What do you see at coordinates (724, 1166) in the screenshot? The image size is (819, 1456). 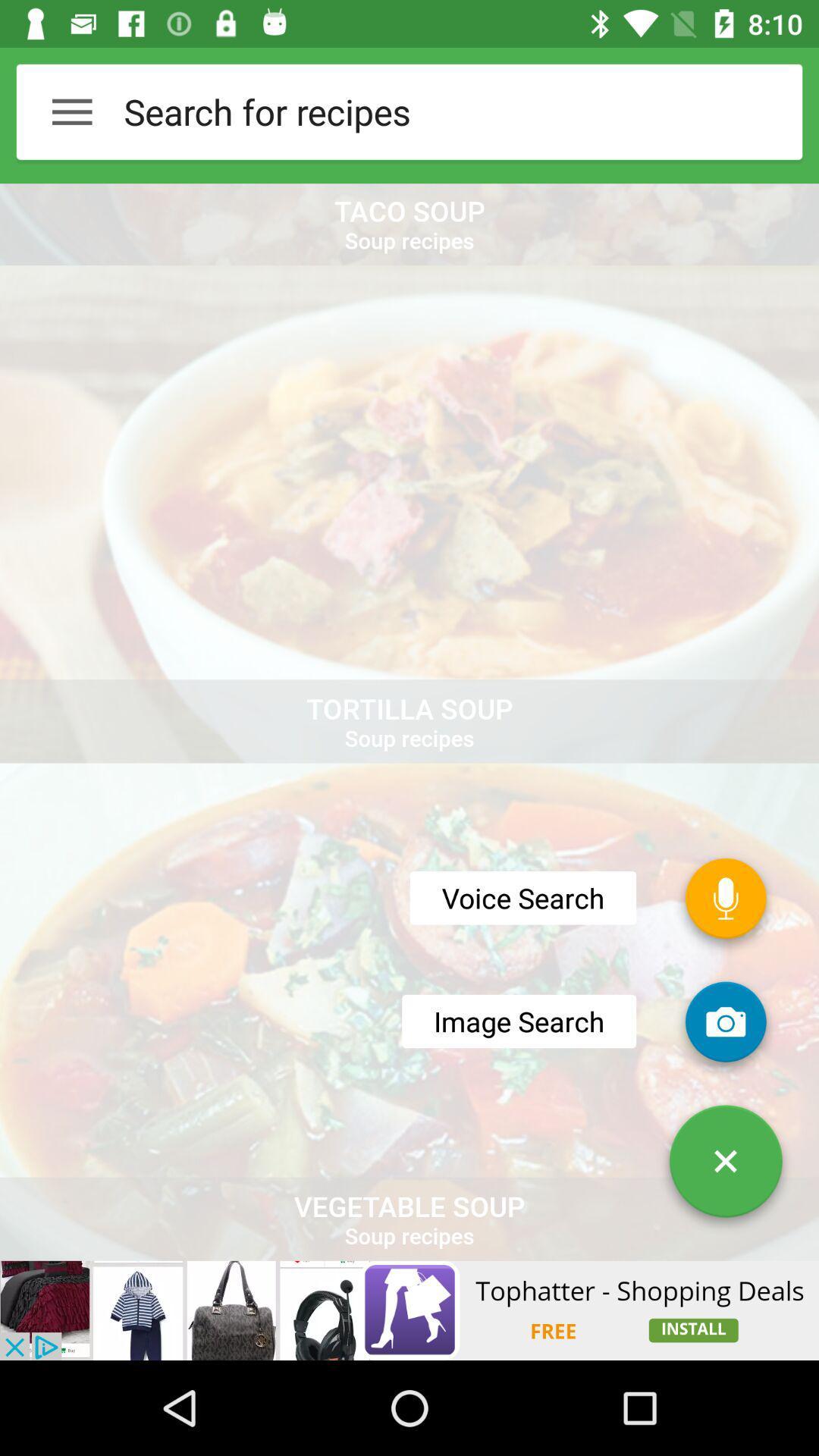 I see `the close icon` at bounding box center [724, 1166].